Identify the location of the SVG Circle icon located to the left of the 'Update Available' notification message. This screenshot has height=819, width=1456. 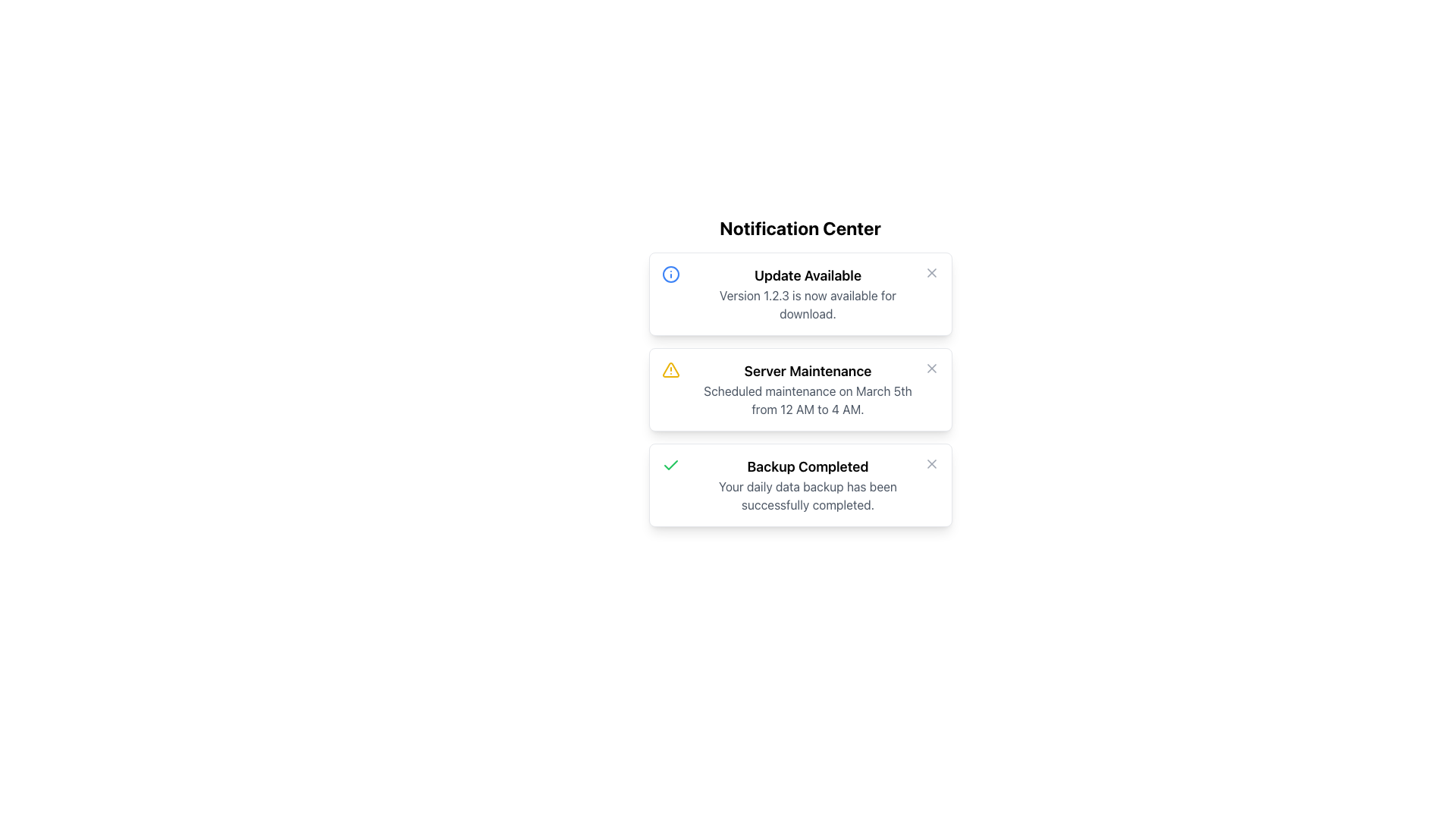
(670, 275).